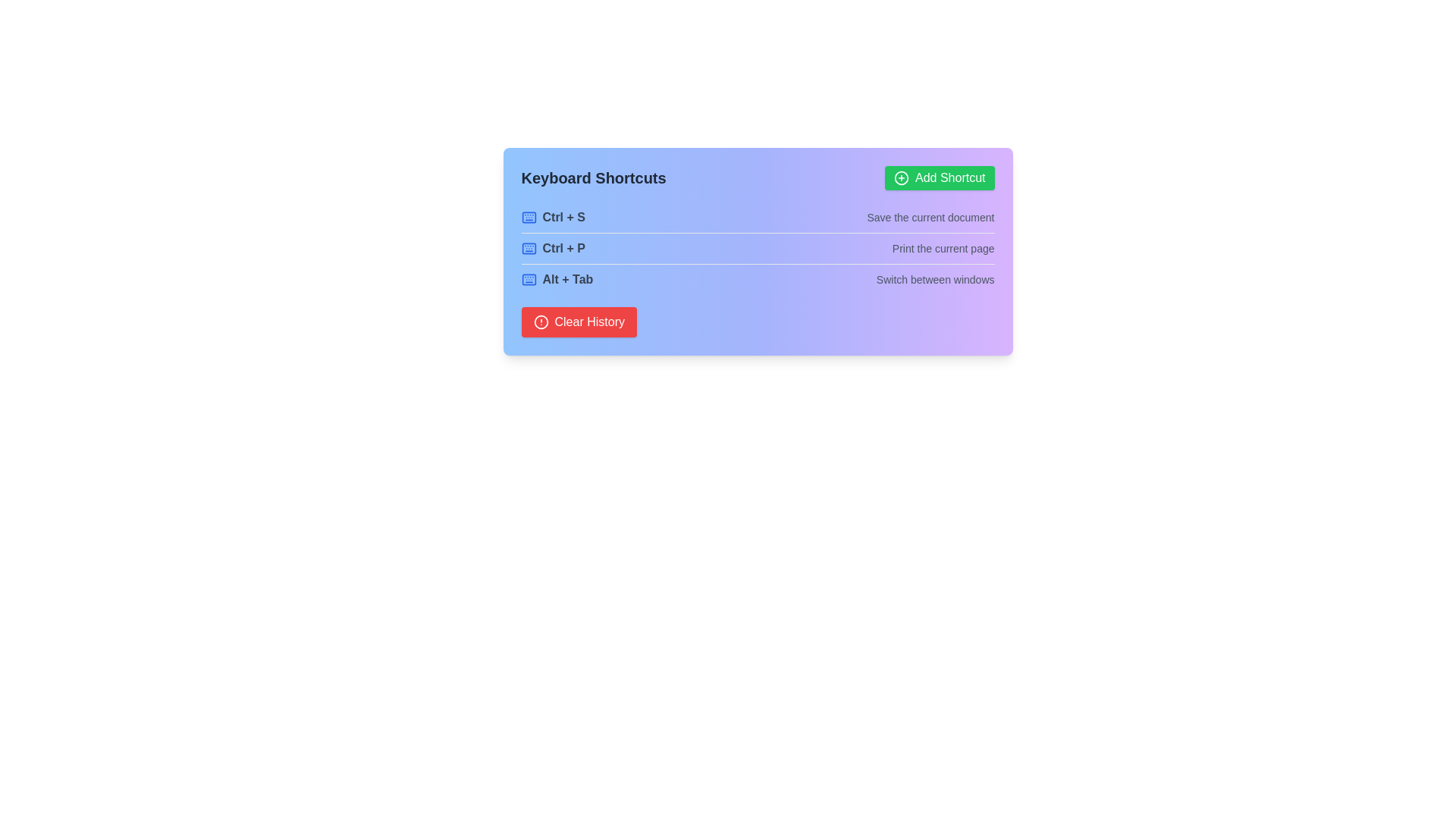 Image resolution: width=1456 pixels, height=819 pixels. Describe the element at coordinates (578, 321) in the screenshot. I see `the rectangular button with rounded corners and vibrant red background labeled 'Clear History'` at that location.